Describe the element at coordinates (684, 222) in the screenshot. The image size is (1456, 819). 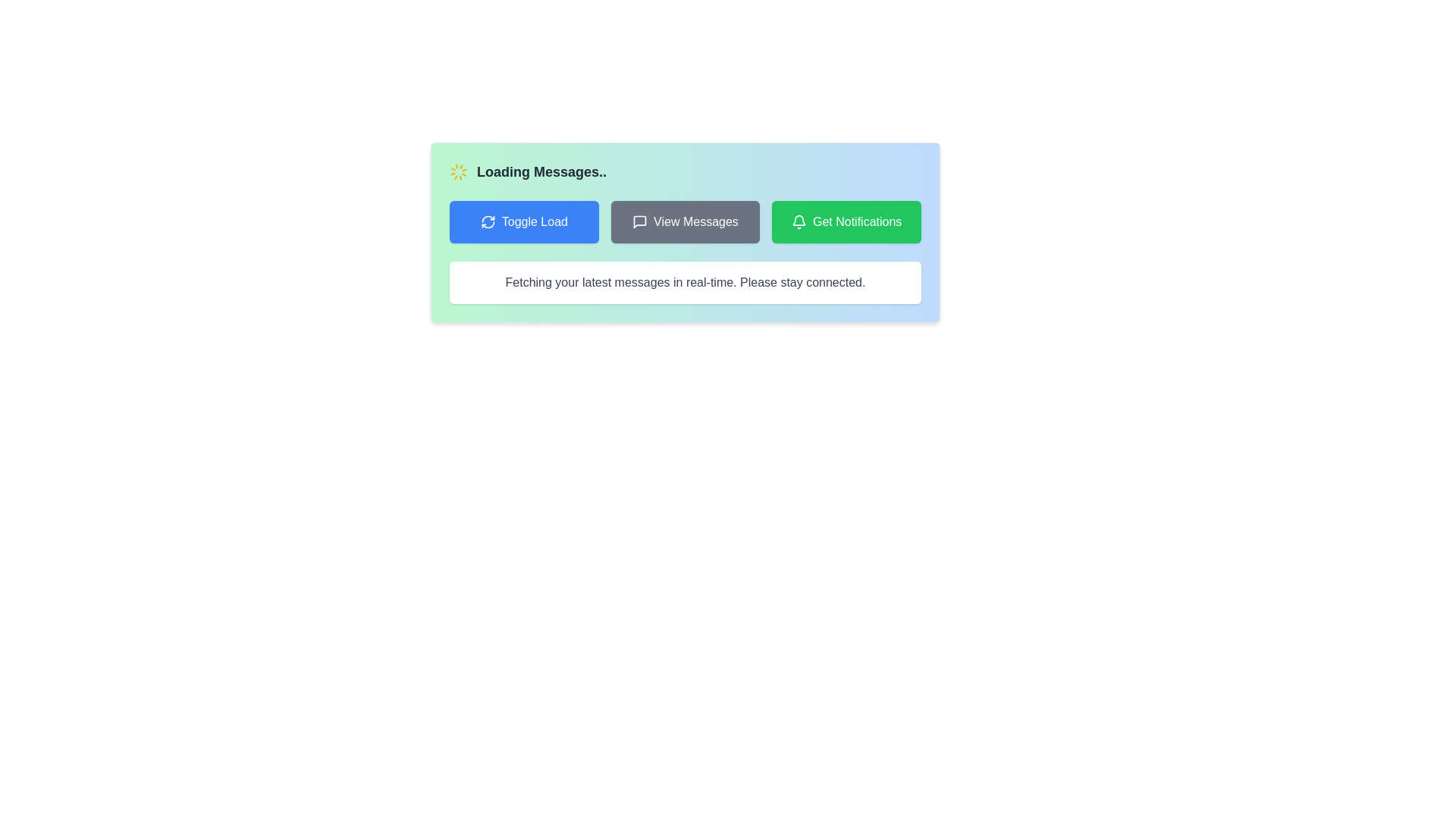
I see `the central button labeled 'View Messages' with a gray background and a speech bubble icon` at that location.